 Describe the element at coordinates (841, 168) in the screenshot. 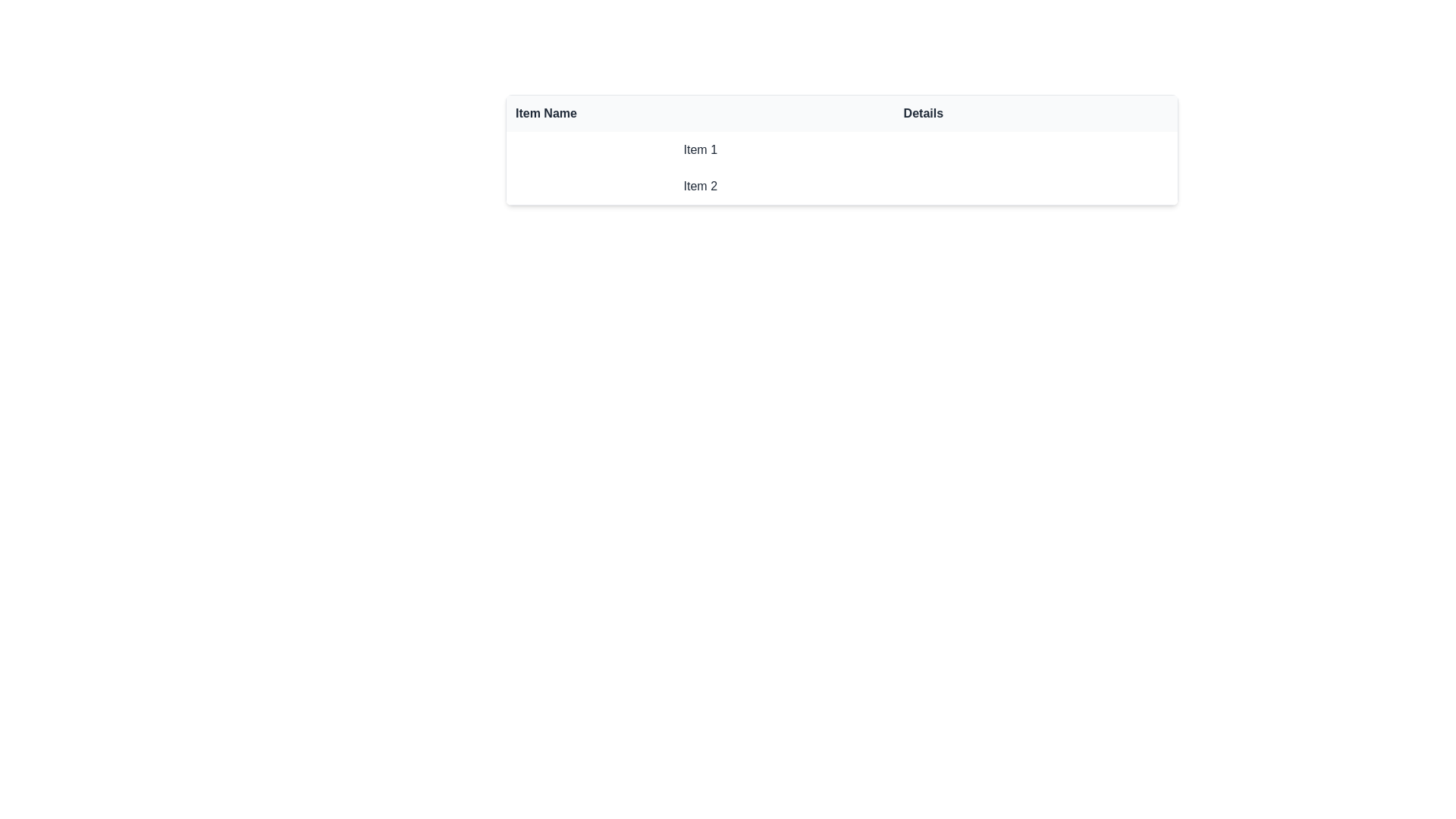

I see `the table row that displays data items for 'Item 1' and 'Item 2', located under the column headers 'Item Name' and 'Details'` at that location.